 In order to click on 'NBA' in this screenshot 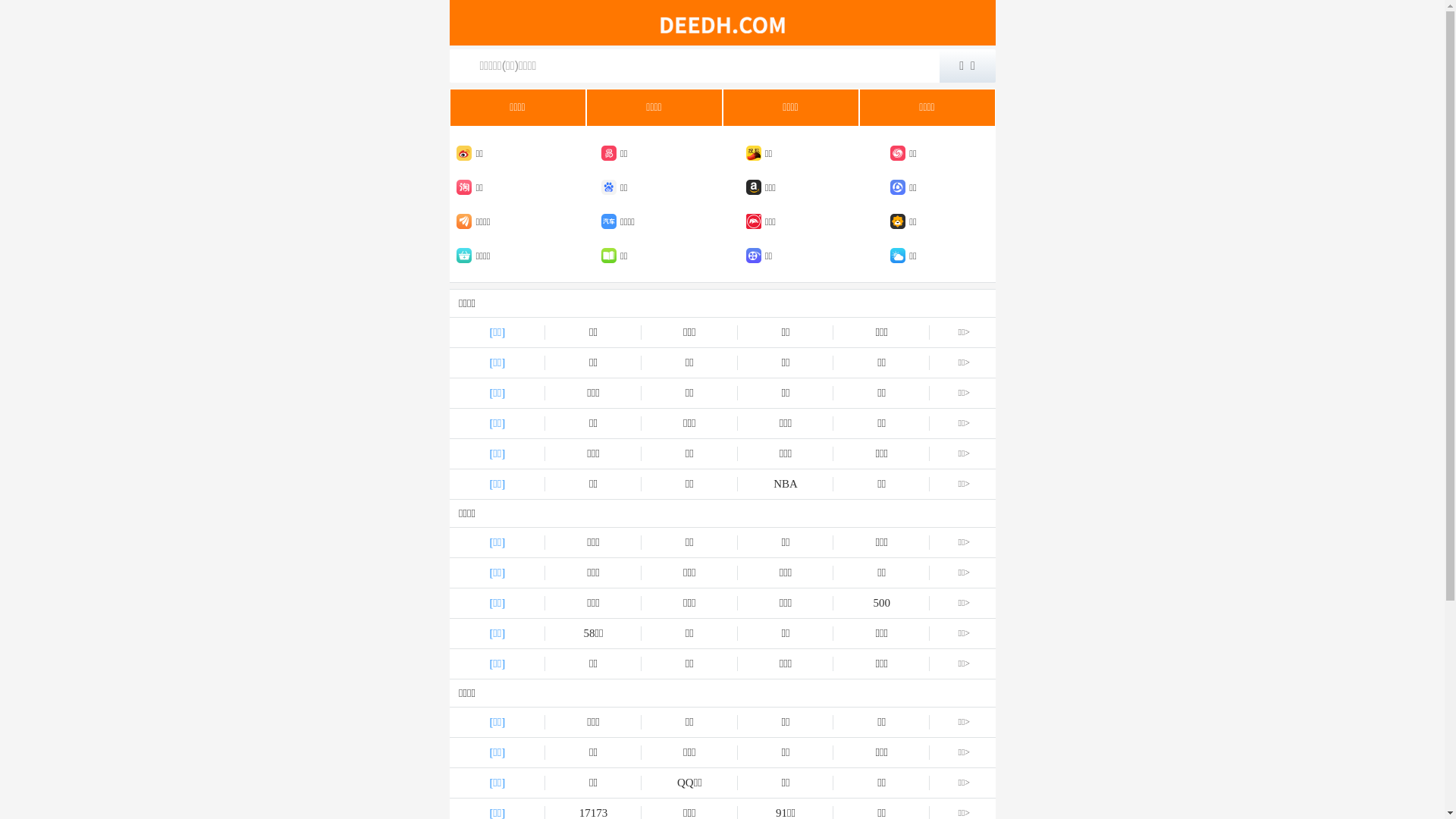, I will do `click(738, 484)`.